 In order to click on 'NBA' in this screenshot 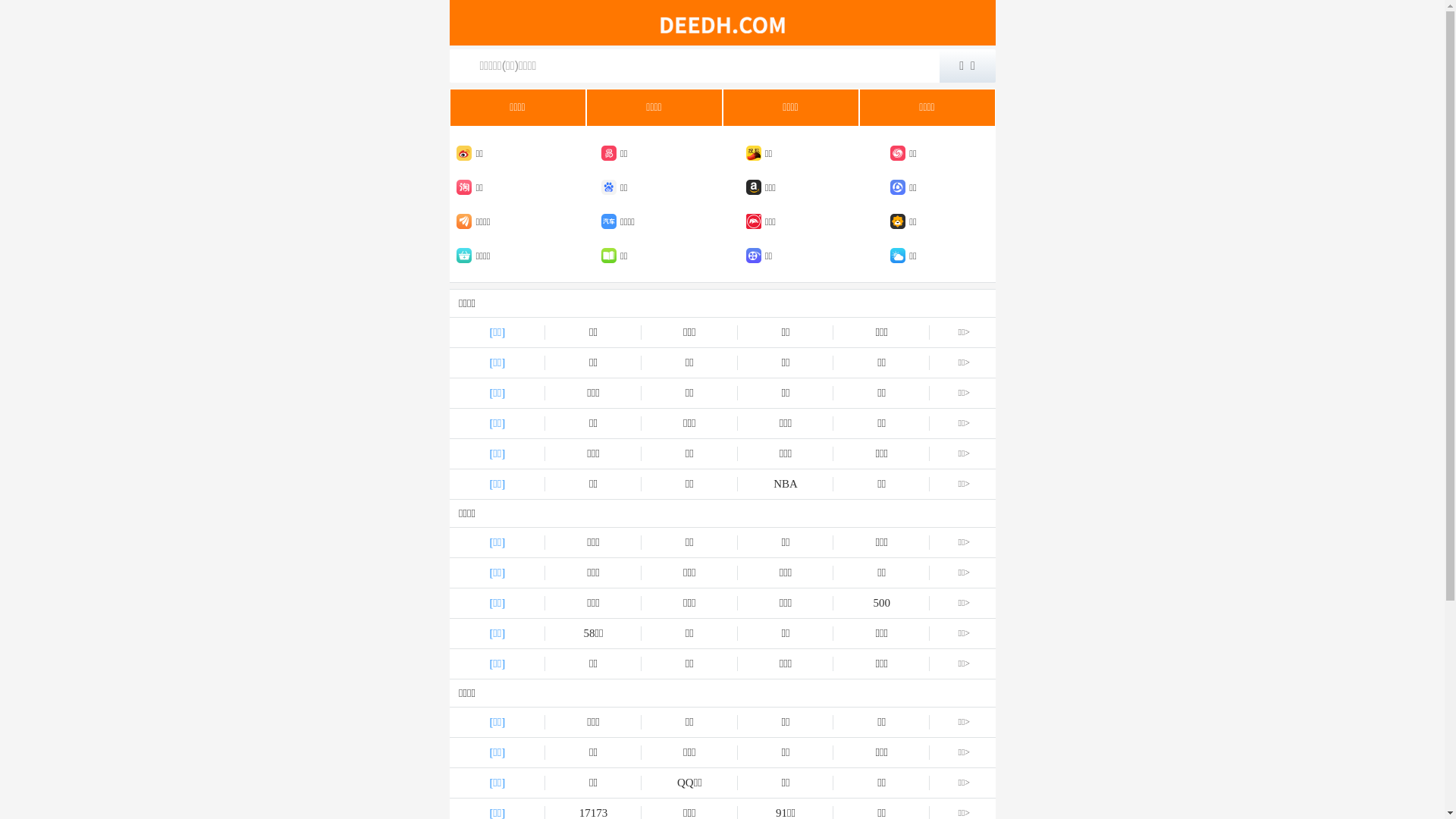, I will do `click(738, 484)`.